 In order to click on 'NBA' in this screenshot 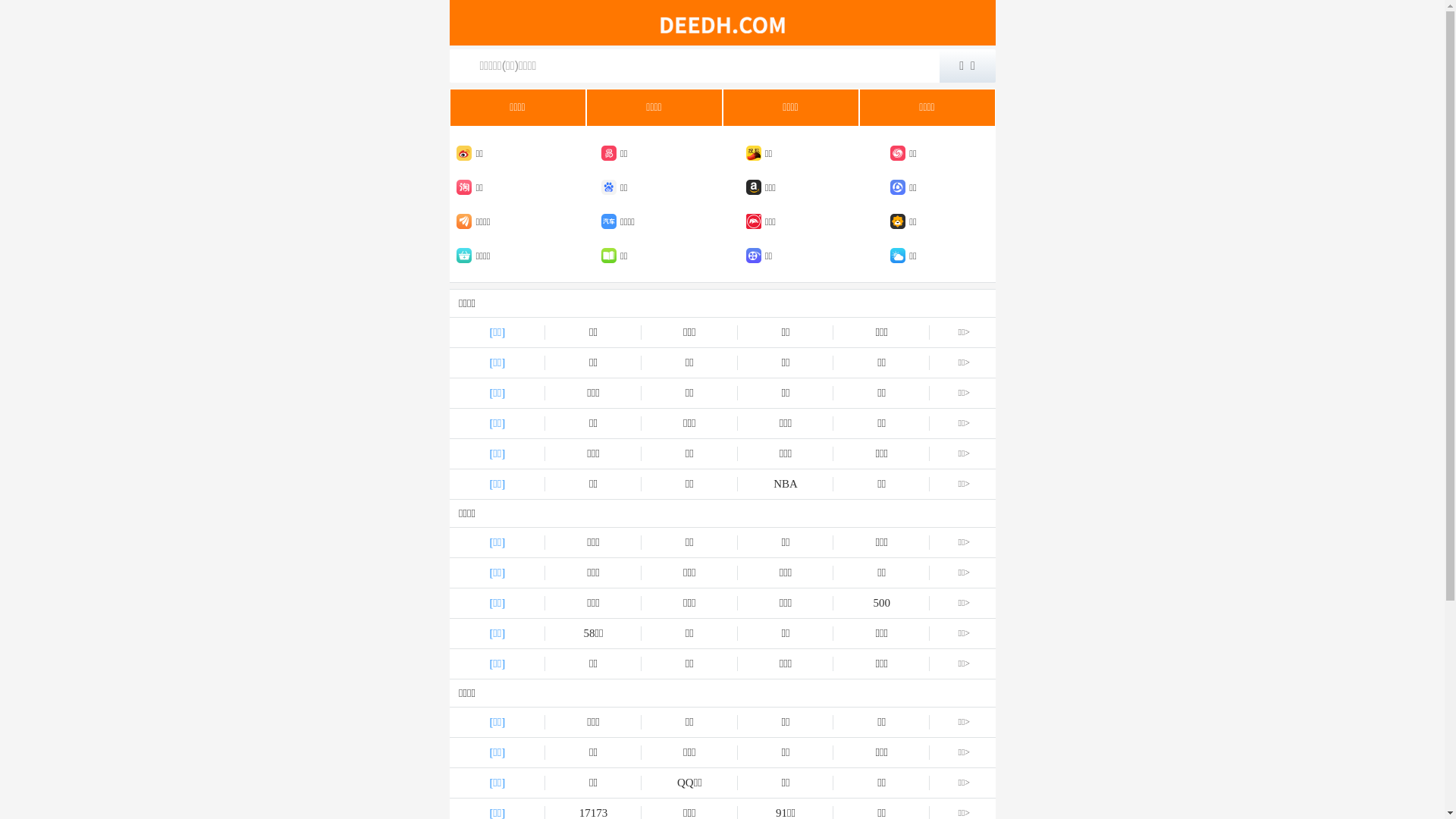, I will do `click(738, 484)`.